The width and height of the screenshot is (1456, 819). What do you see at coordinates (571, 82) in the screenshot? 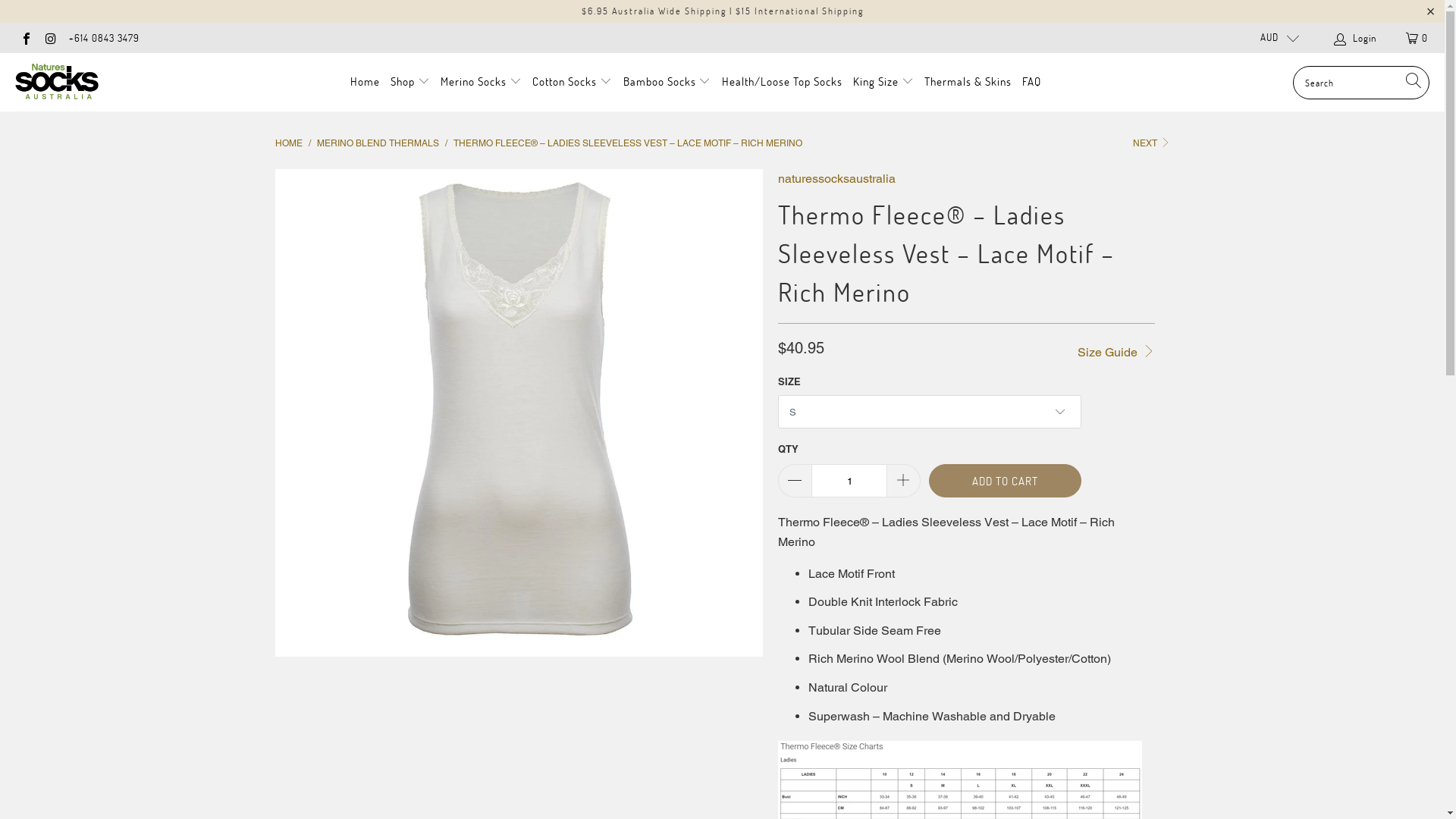
I see `'Cotton Socks'` at bounding box center [571, 82].